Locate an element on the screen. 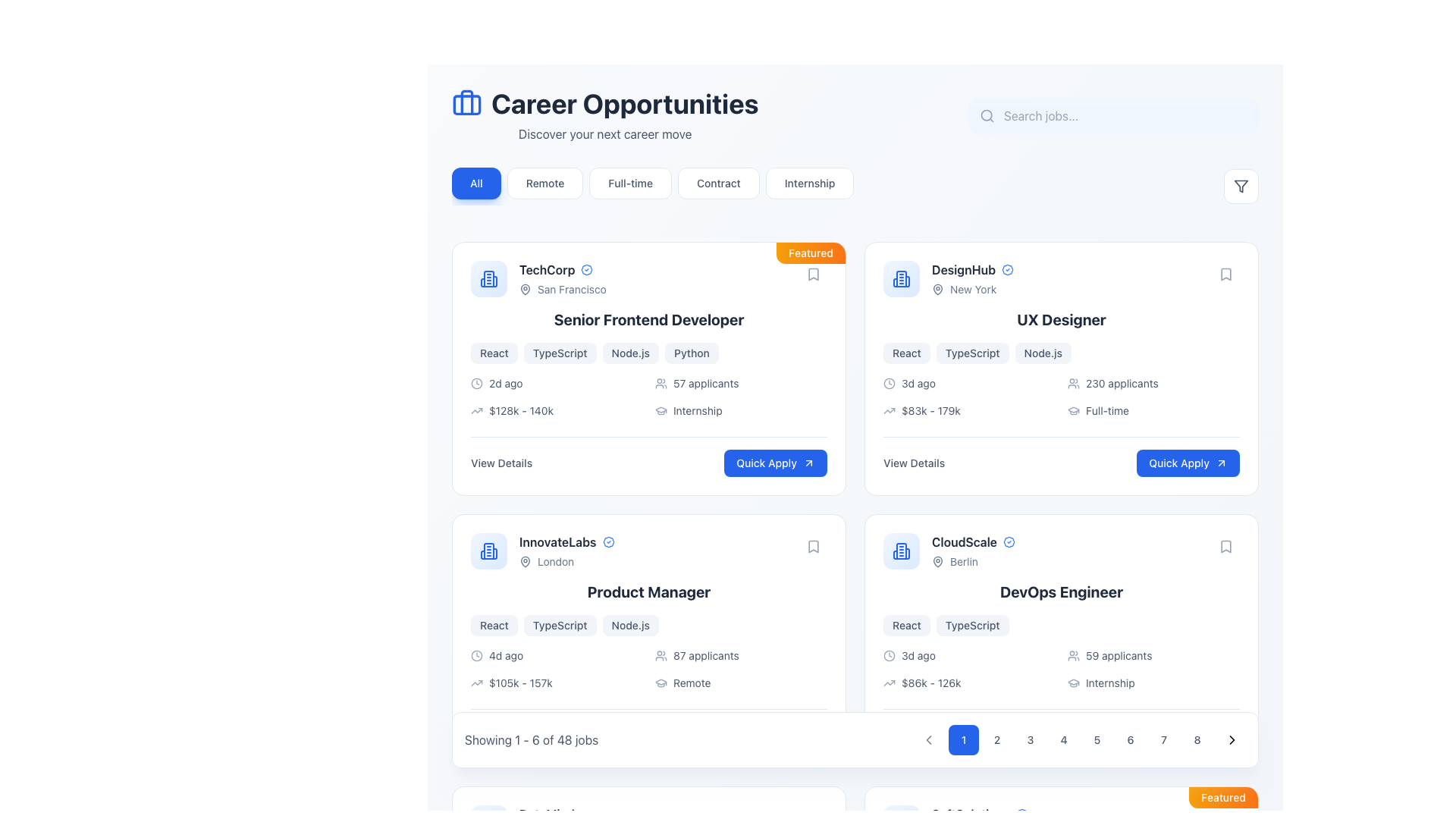 This screenshot has width=1456, height=819. the logo icon in the bottom-right section of the interface, associated with the 'CloudScale' job posting for the 'DevOps Engineer' position in Berlin is located at coordinates (902, 551).